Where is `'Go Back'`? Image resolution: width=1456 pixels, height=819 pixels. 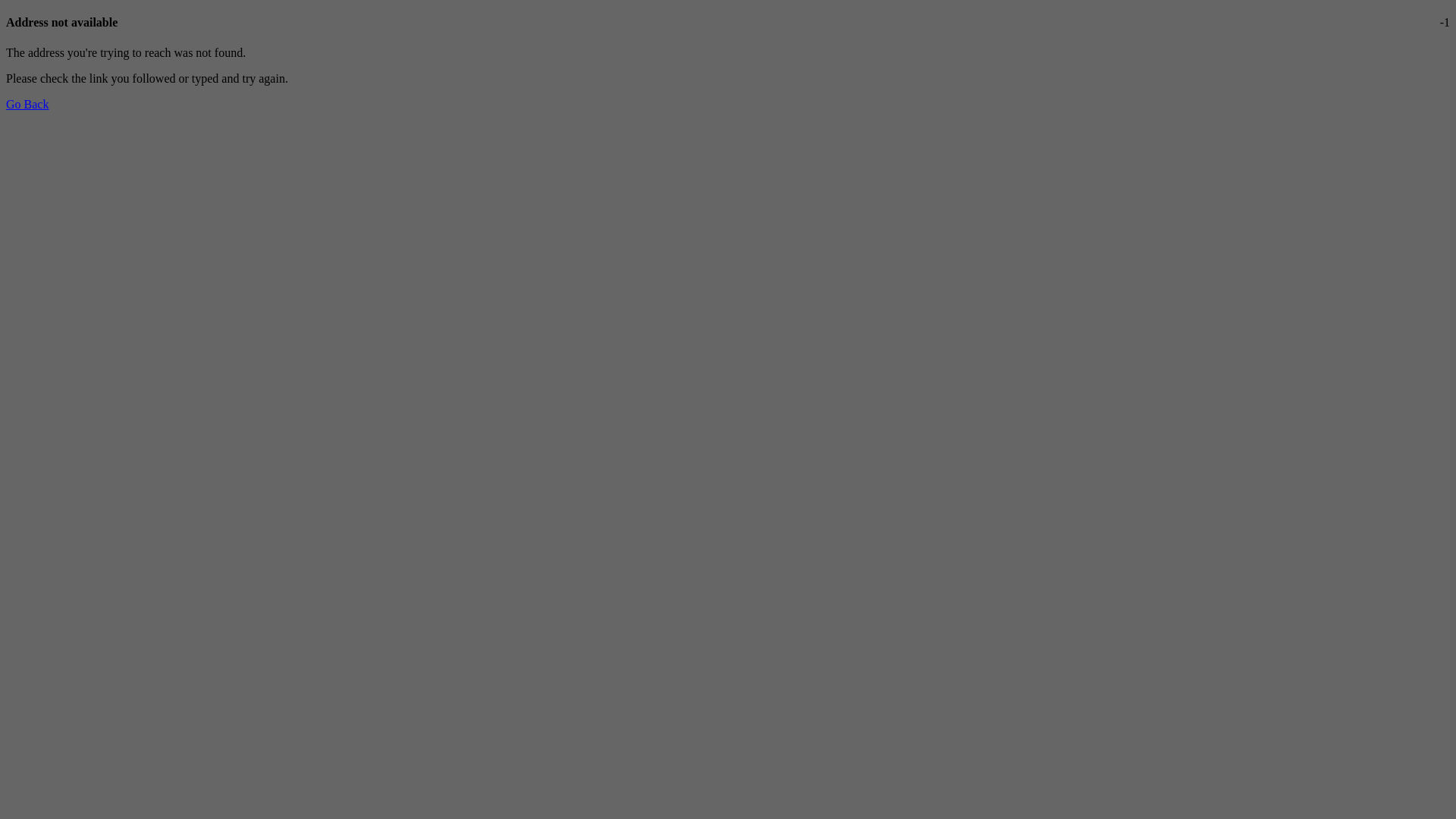
'Go Back' is located at coordinates (6, 103).